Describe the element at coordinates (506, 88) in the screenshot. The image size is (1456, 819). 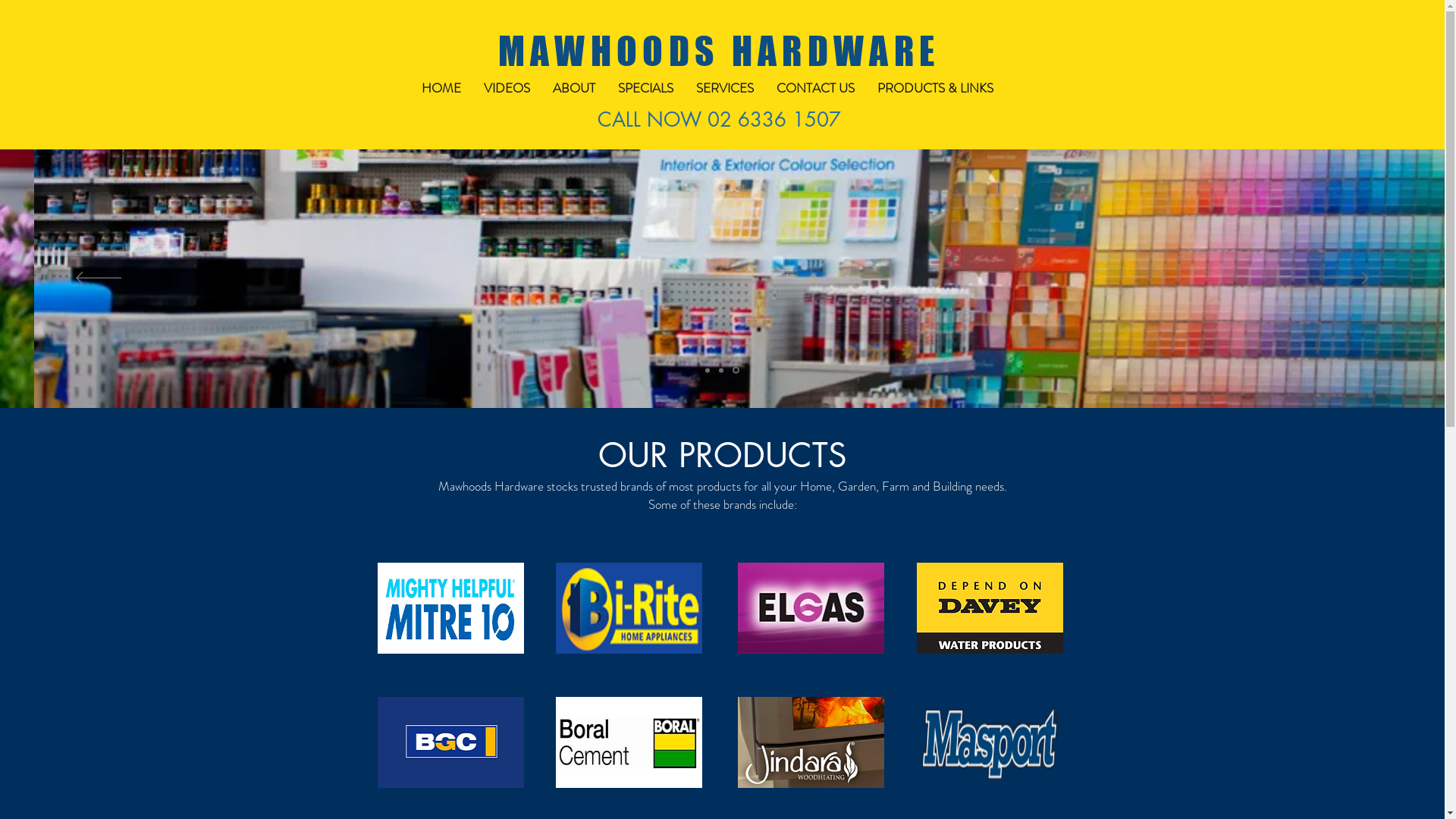
I see `'VIDEOS'` at that location.